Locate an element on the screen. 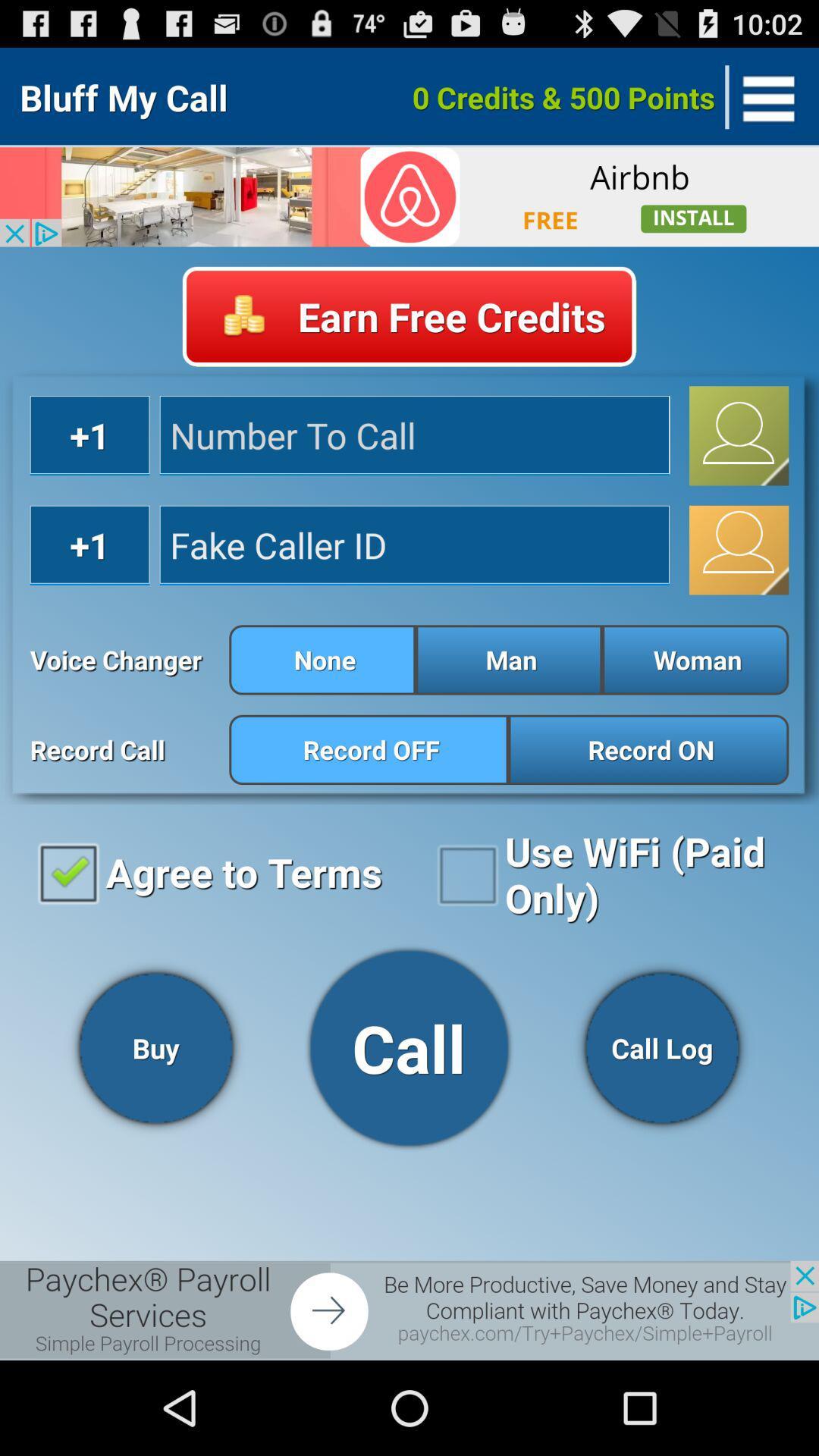 Image resolution: width=819 pixels, height=1456 pixels. the menu icon is located at coordinates (769, 103).